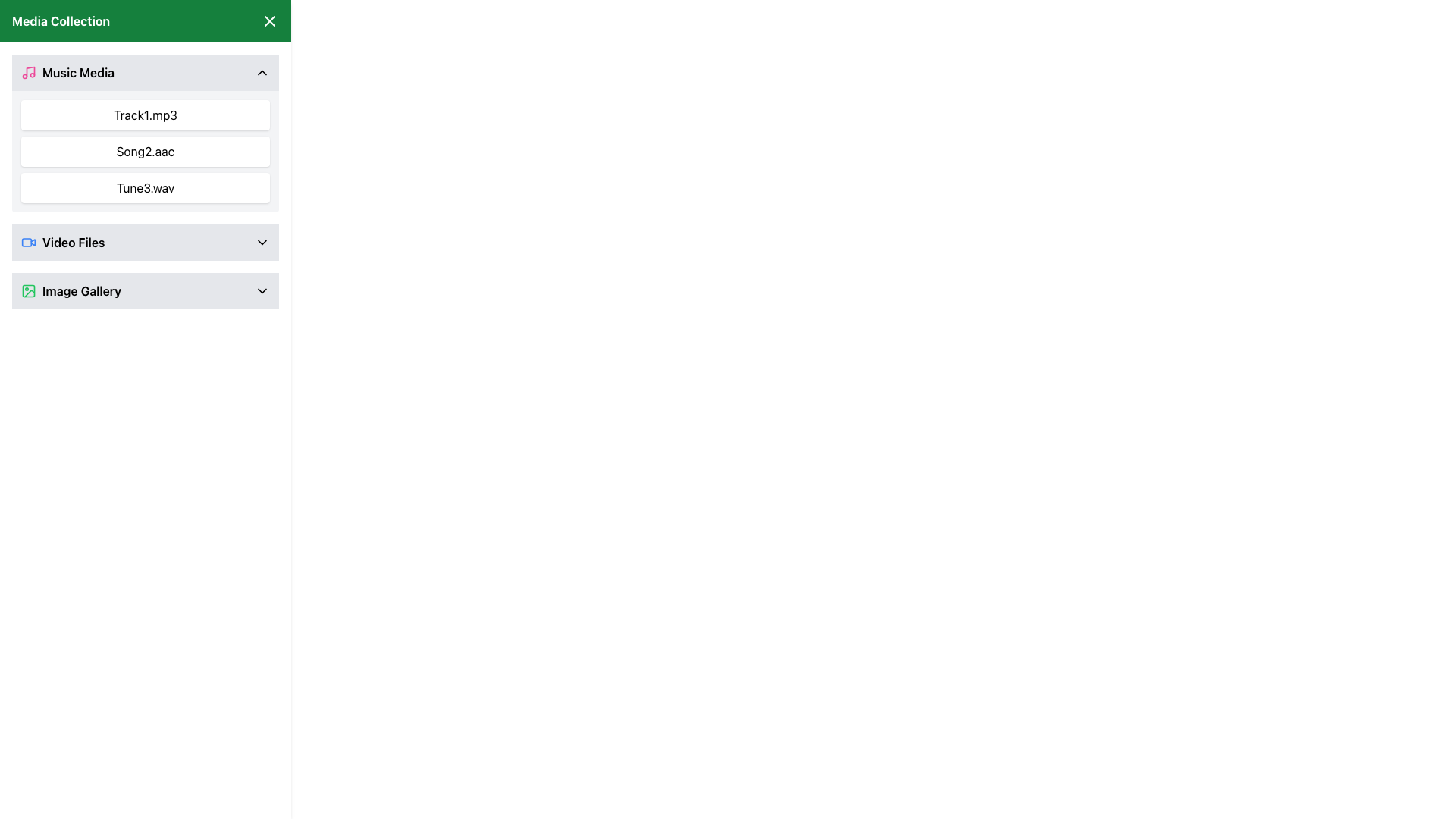 Image resolution: width=1456 pixels, height=819 pixels. What do you see at coordinates (81, 291) in the screenshot?
I see `bold text label 'Image Gallery' which is positioned to the right of an image icon within the 'Media Collection' panel` at bounding box center [81, 291].